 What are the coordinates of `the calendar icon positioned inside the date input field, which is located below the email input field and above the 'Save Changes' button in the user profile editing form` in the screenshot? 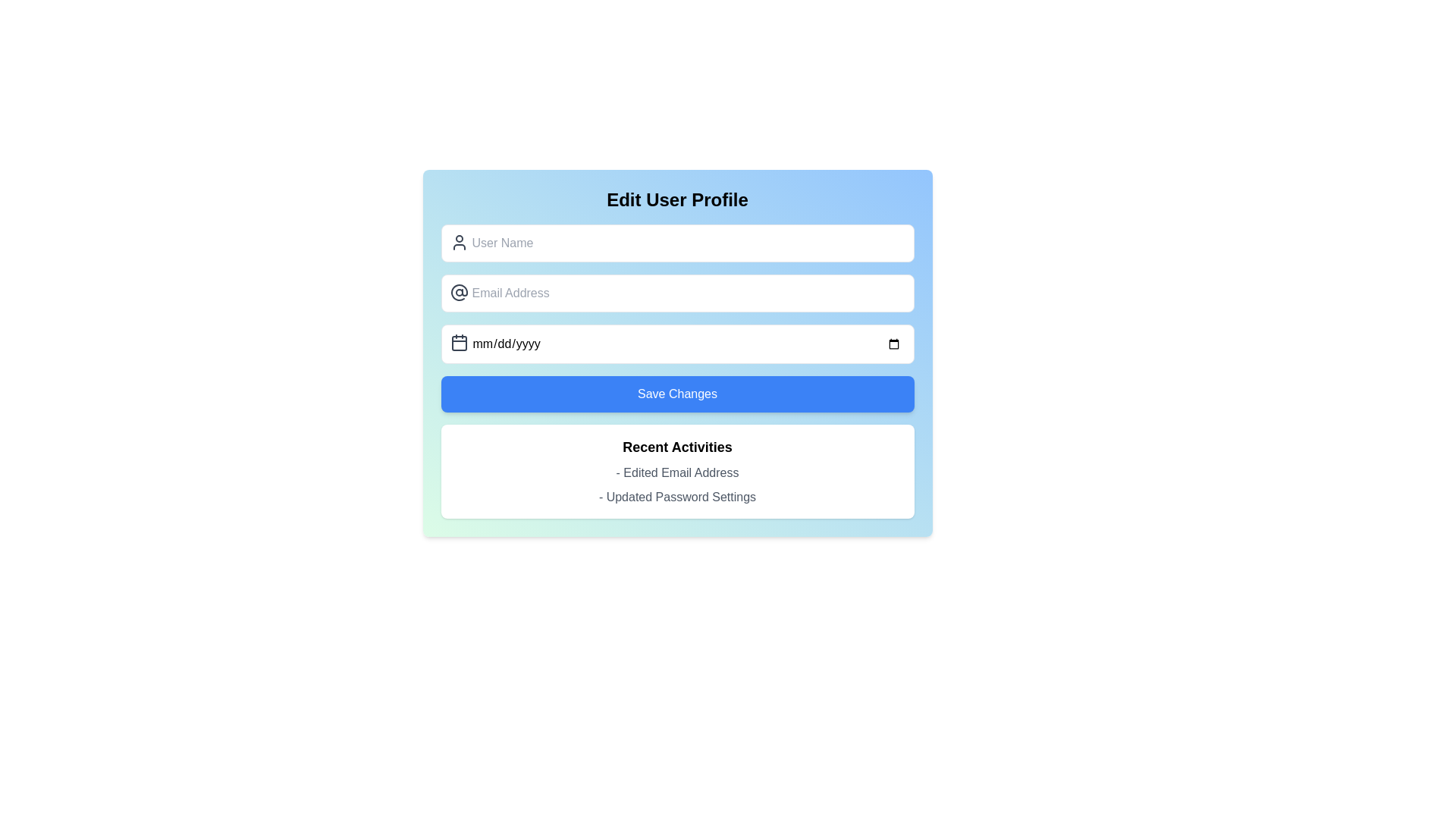 It's located at (458, 342).